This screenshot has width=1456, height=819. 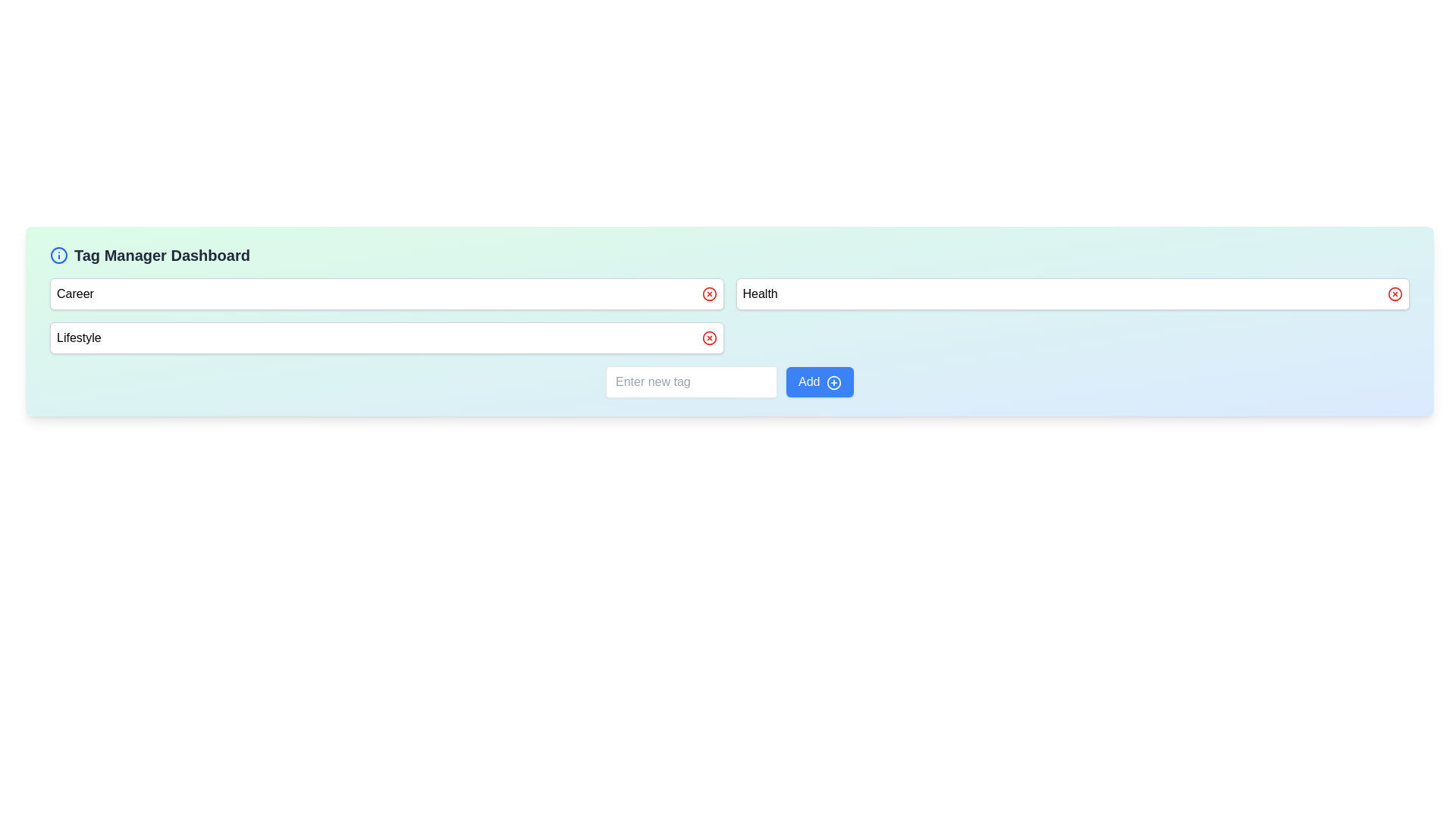 I want to click on the circular icon for deletion or clearing associated with the 'Health' tag, which is located on the right side of the input field, so click(x=708, y=294).